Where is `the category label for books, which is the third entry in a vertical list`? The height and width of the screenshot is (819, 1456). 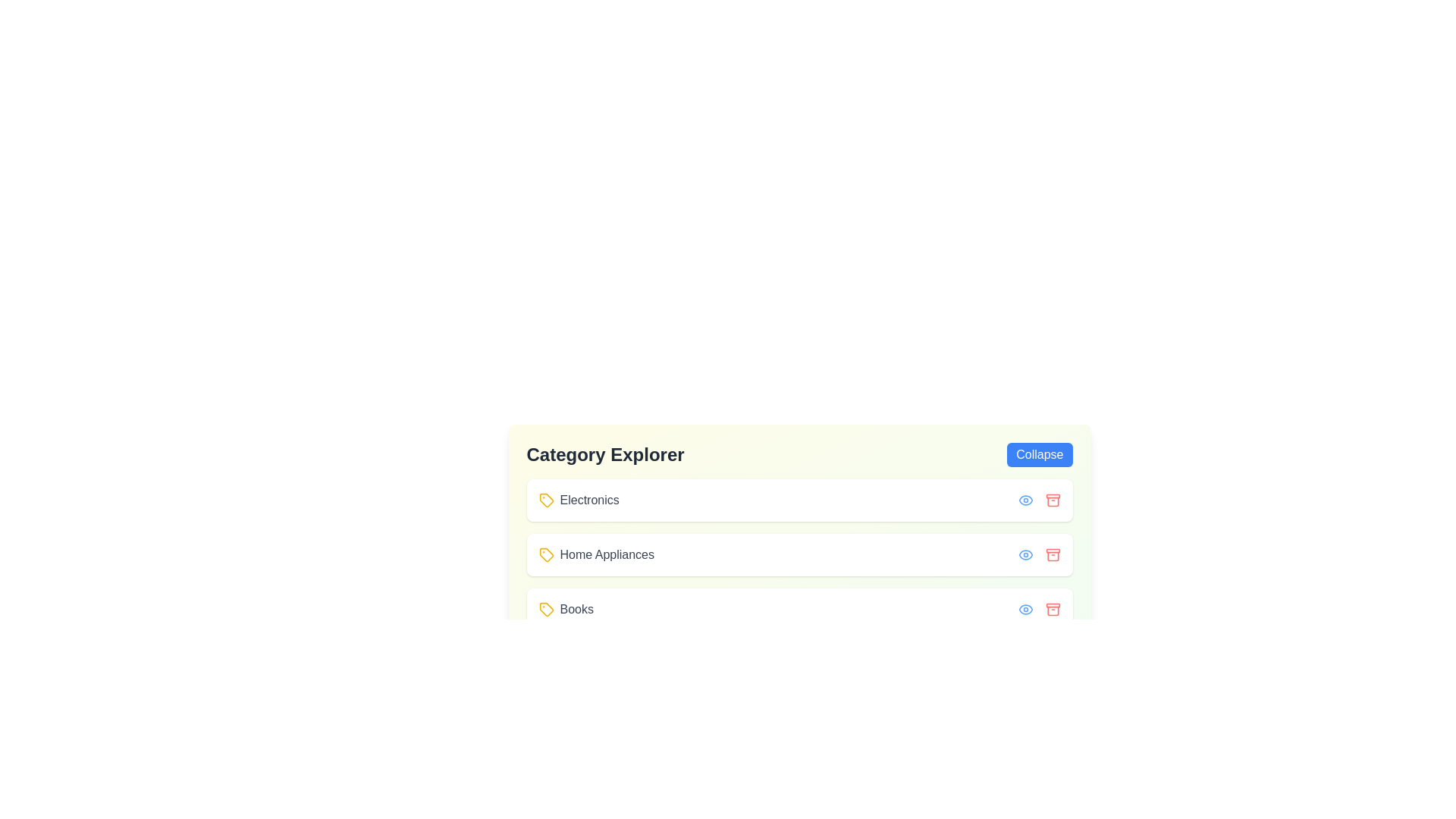 the category label for books, which is the third entry in a vertical list is located at coordinates (565, 608).